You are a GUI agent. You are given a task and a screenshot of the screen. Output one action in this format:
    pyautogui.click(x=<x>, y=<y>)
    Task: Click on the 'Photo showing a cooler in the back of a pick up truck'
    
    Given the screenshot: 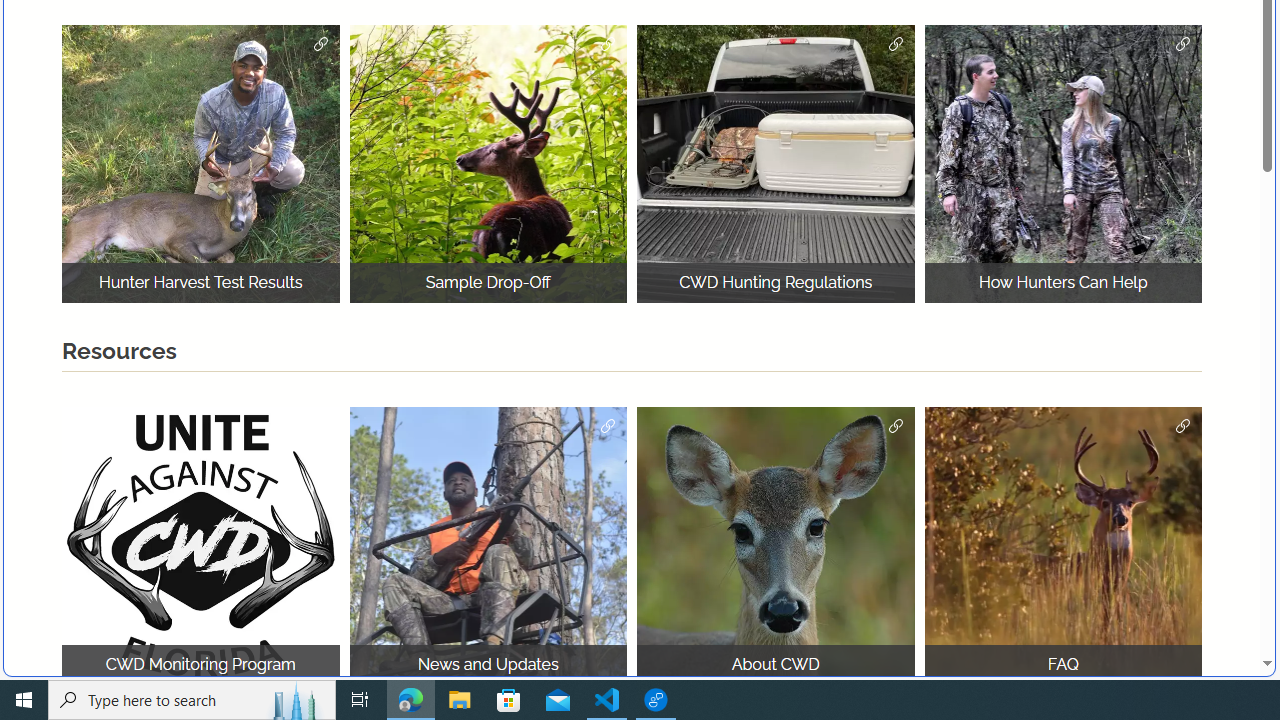 What is the action you would take?
    pyautogui.click(x=775, y=163)
    